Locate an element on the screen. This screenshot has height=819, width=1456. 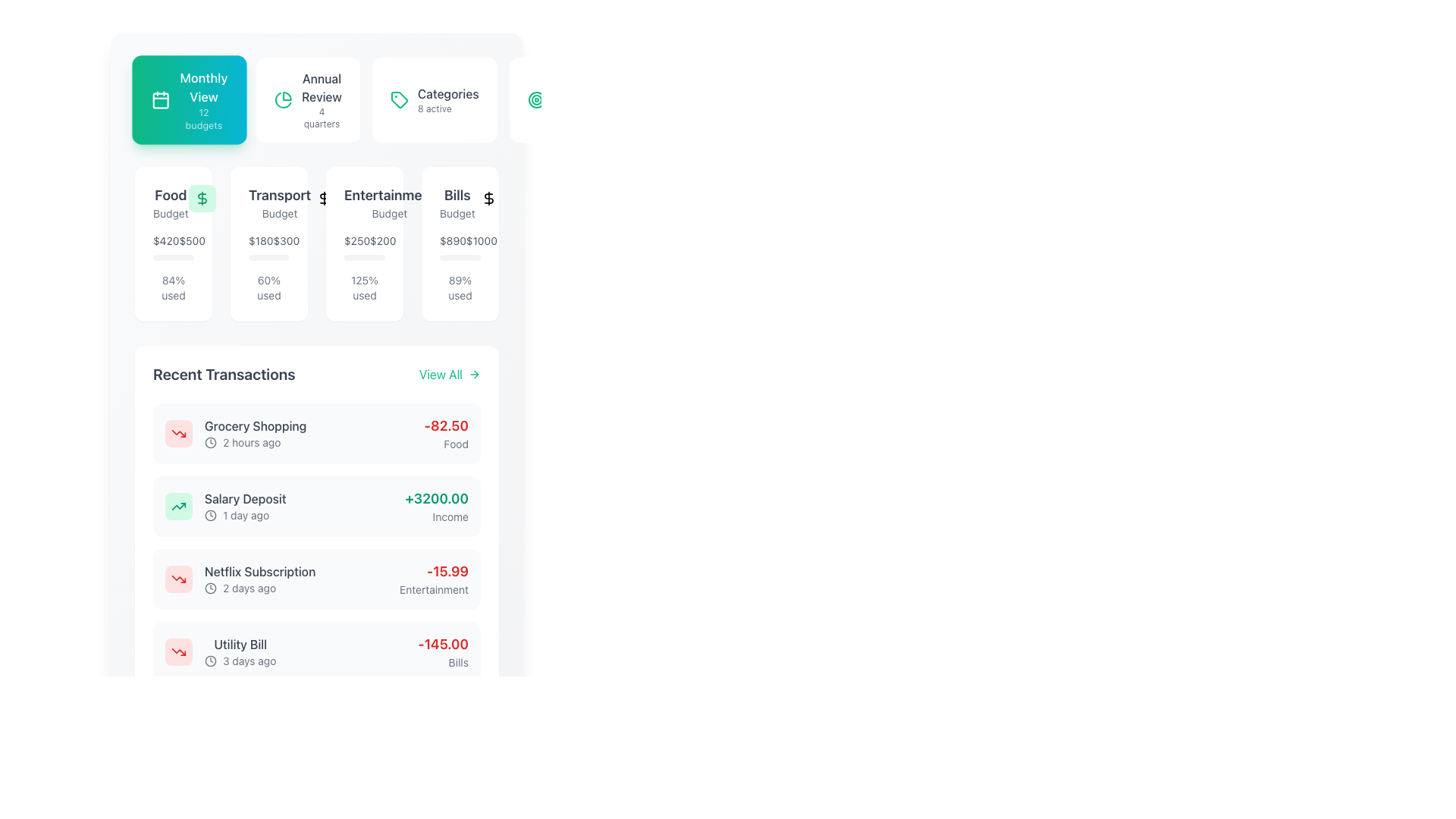
the third entry in the 'Recent Transactions' list titled 'Netflix Subscription' to interact or view details is located at coordinates (240, 579).